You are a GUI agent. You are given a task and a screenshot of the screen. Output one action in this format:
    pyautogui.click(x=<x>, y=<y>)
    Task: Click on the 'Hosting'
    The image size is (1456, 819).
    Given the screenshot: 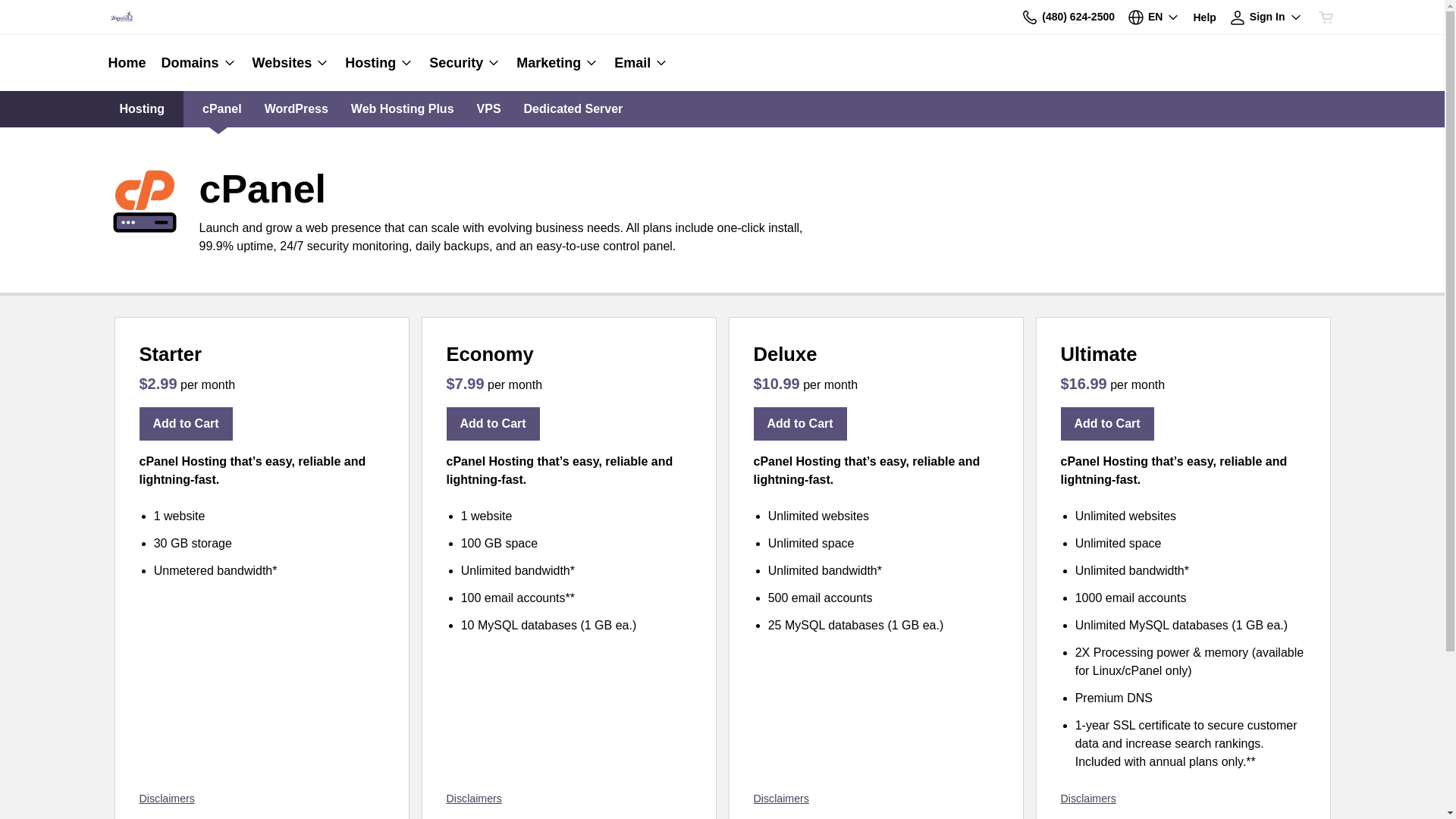 What is the action you would take?
    pyautogui.click(x=379, y=62)
    